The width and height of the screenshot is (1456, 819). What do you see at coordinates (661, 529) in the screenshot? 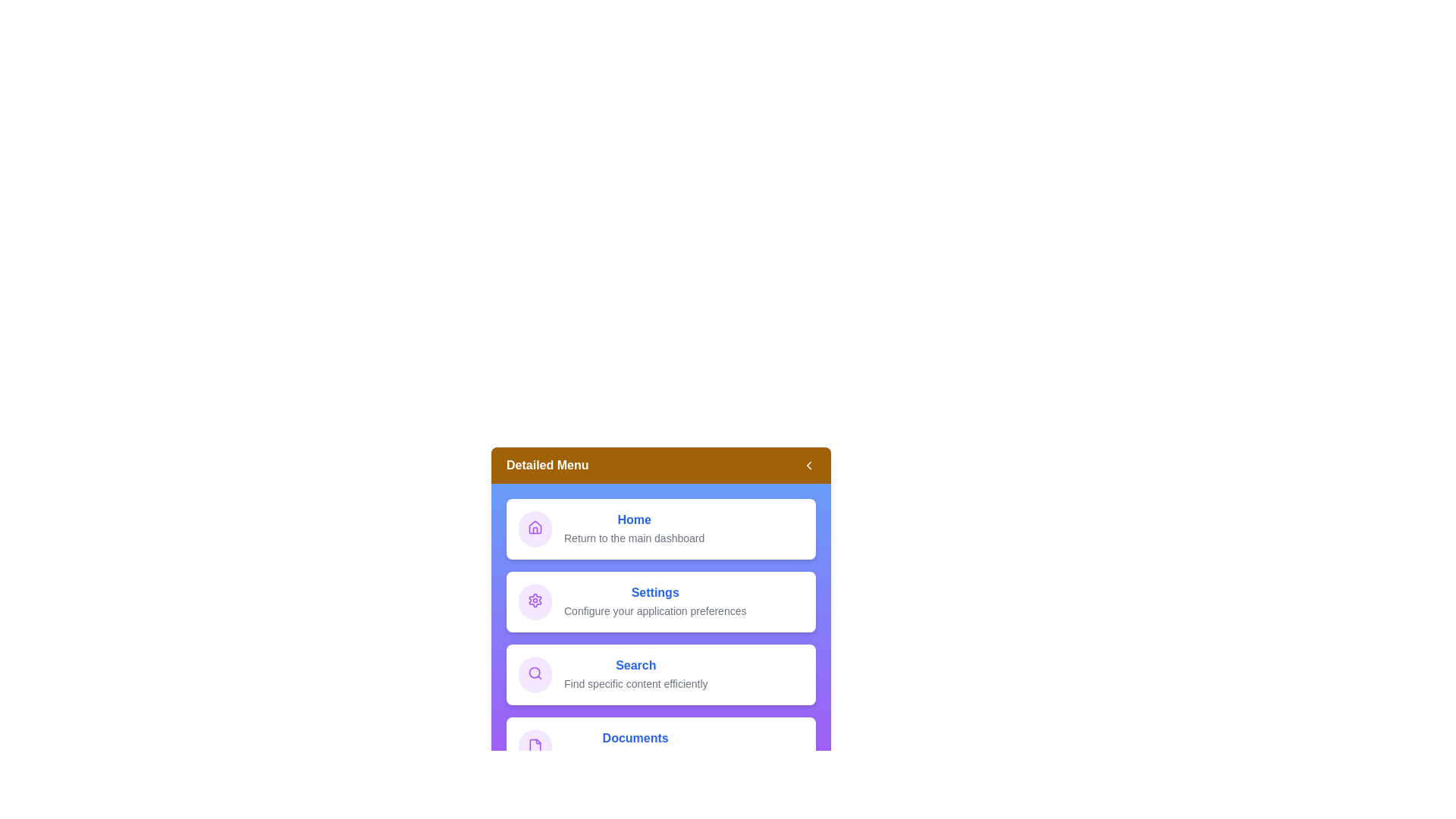
I see `the menu item Home` at bounding box center [661, 529].